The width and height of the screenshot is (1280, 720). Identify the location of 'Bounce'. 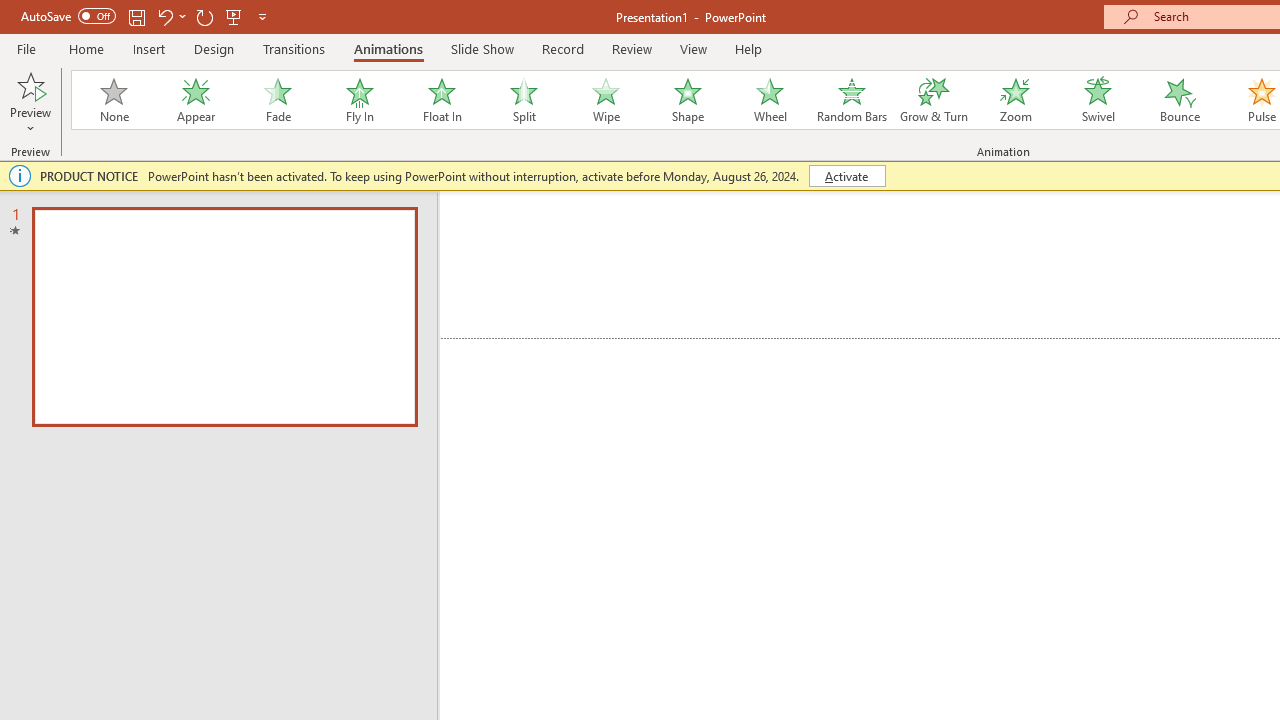
(1180, 100).